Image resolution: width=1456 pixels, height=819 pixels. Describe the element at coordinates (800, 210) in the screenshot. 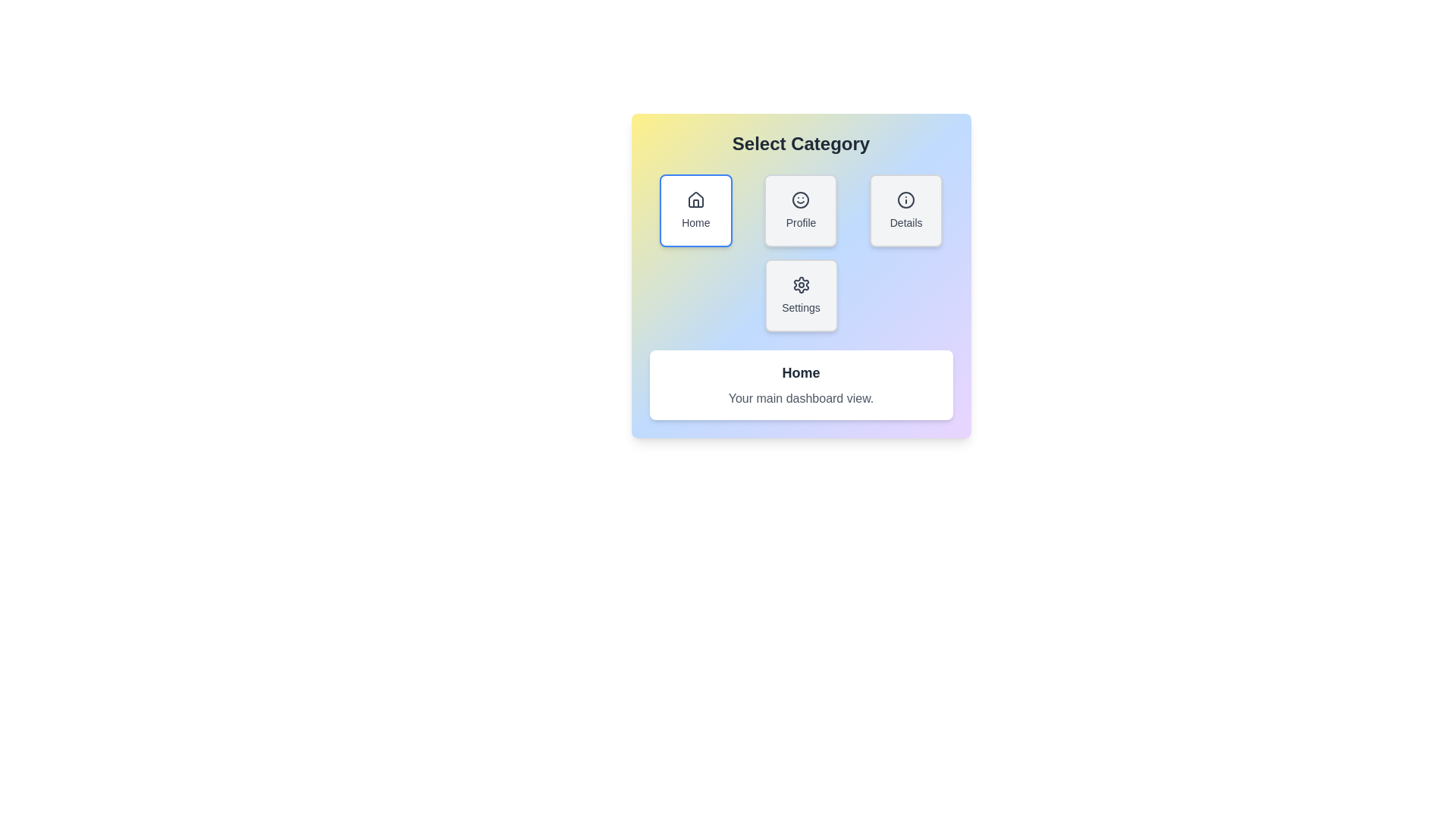

I see `the 'Profile' button` at that location.